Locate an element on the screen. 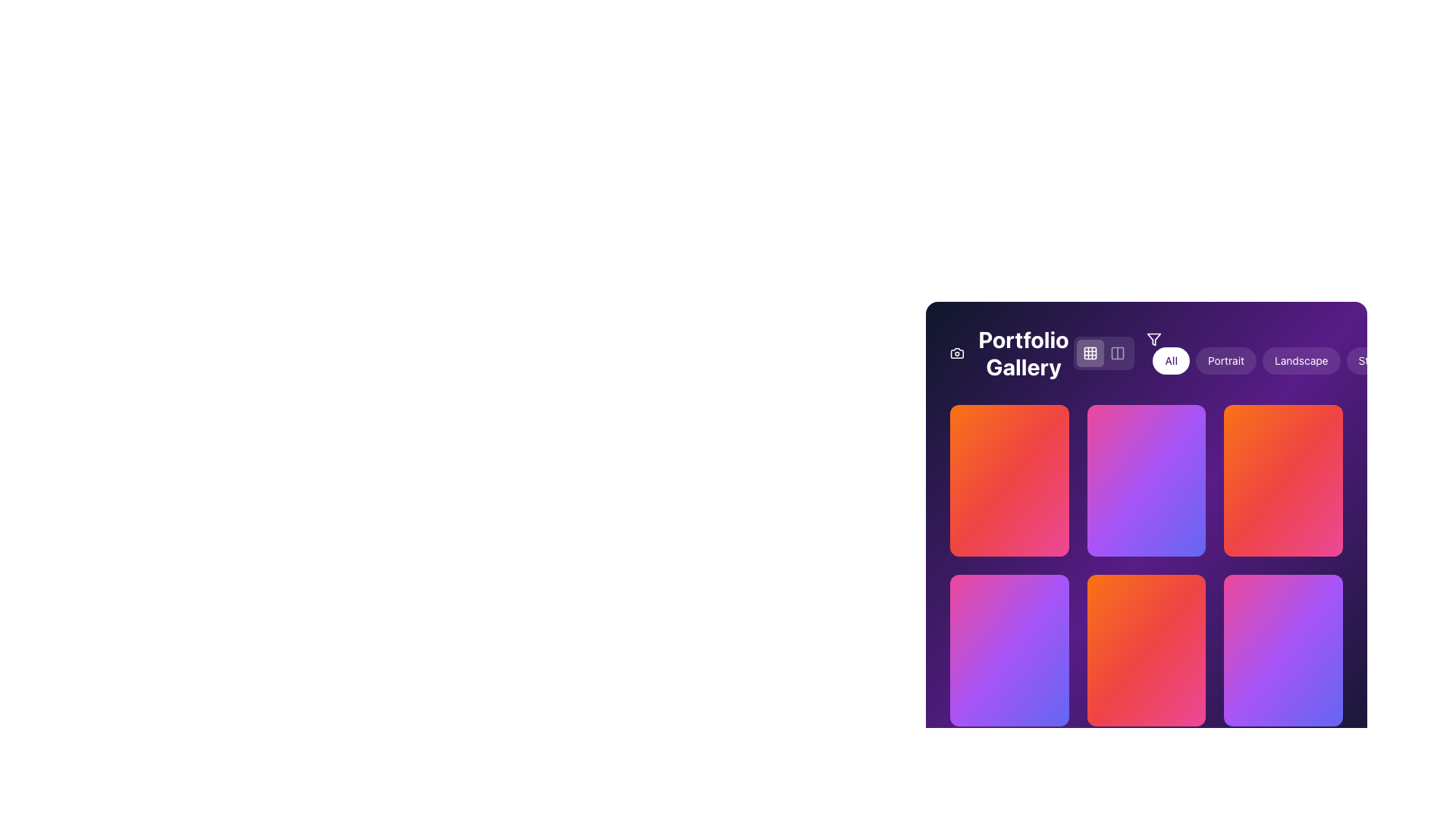  the camera icon located to the left of the 'Portfolio Gallery' text in the header section is located at coordinates (956, 353).